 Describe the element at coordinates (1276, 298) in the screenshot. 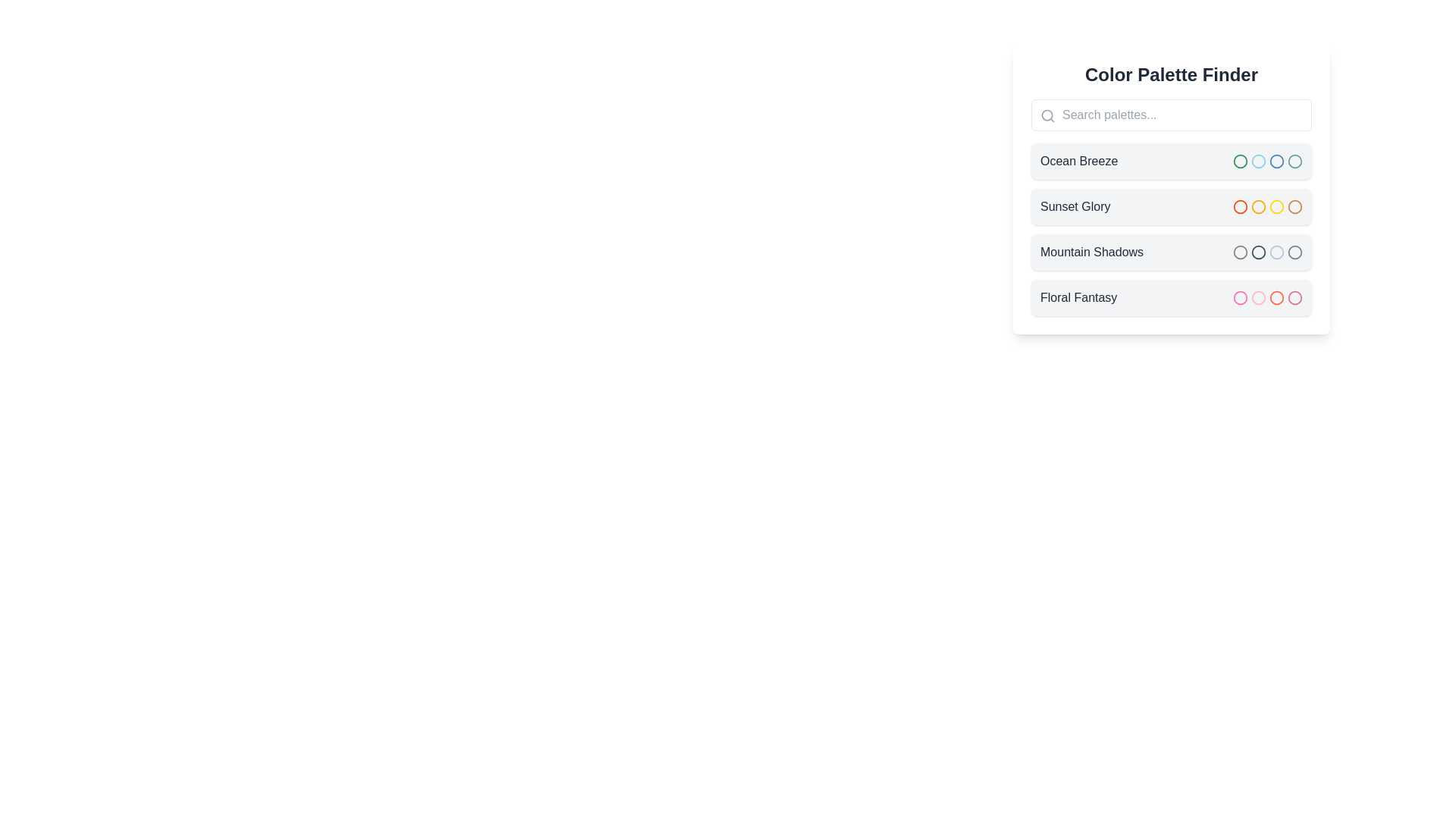

I see `the circular icon with a red border at the end of the 'Floral Fantasy' row` at that location.